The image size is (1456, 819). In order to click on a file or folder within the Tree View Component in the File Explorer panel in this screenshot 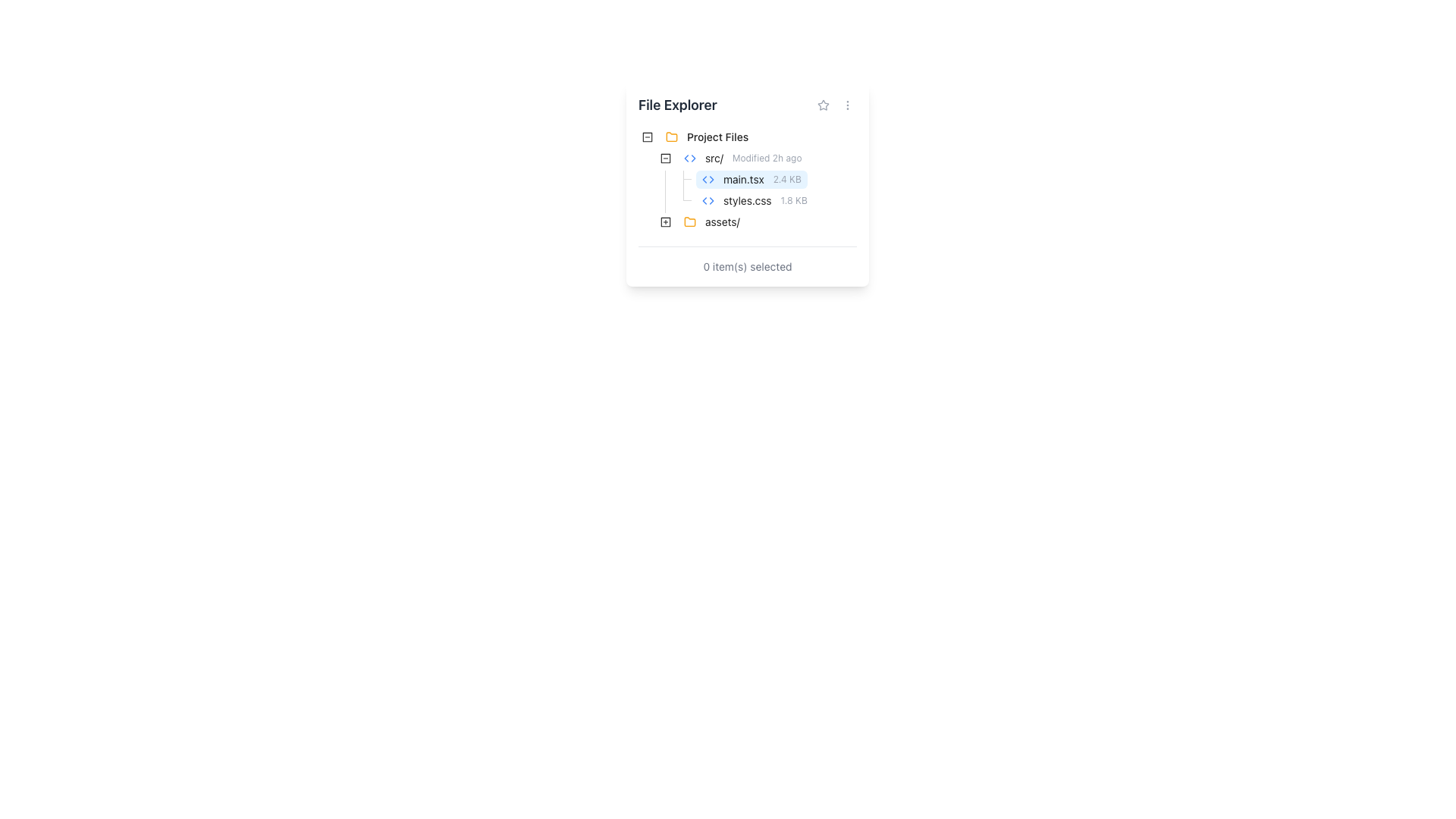, I will do `click(747, 180)`.